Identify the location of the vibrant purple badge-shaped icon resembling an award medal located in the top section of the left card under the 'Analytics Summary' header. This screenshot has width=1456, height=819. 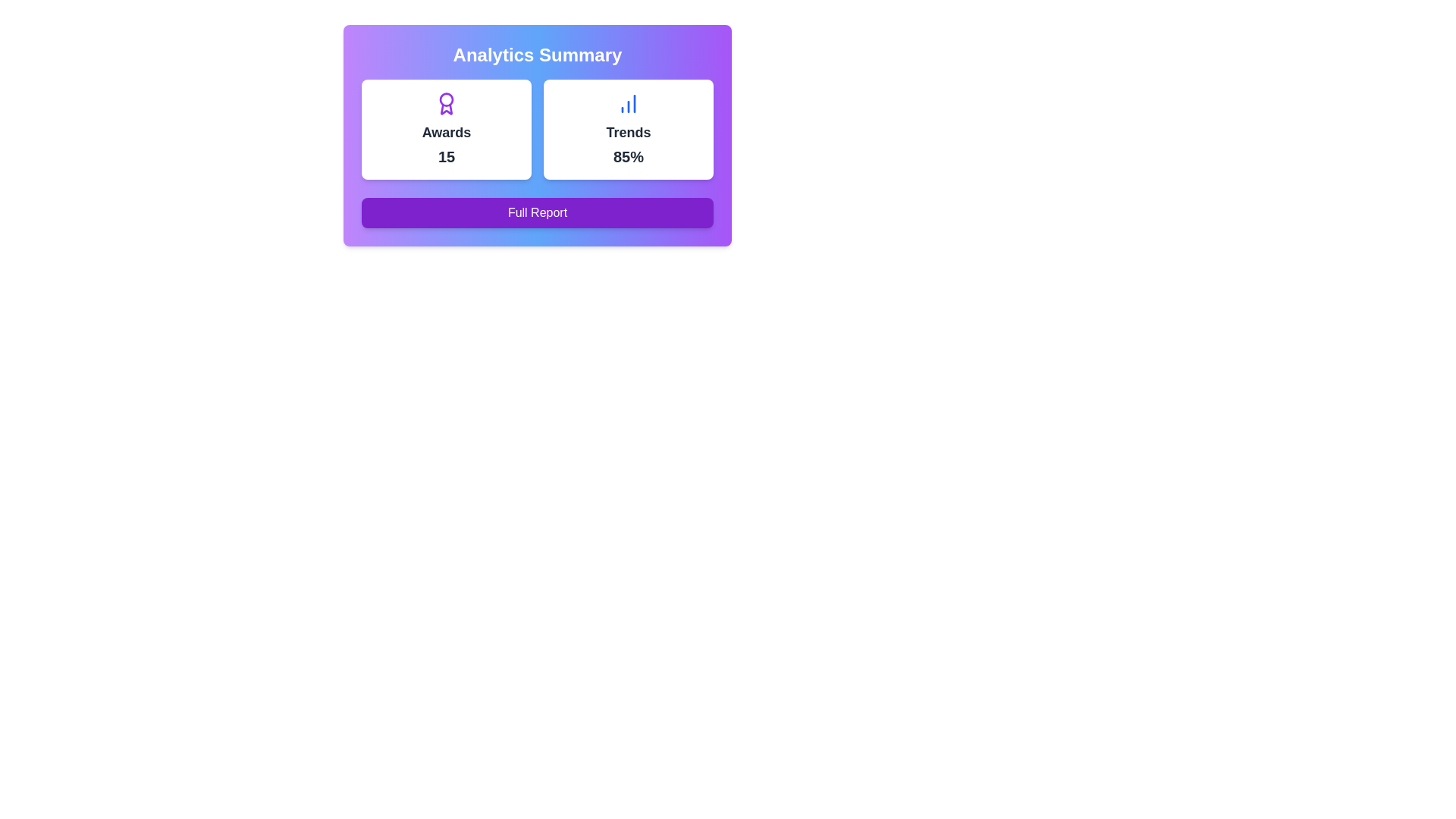
(446, 103).